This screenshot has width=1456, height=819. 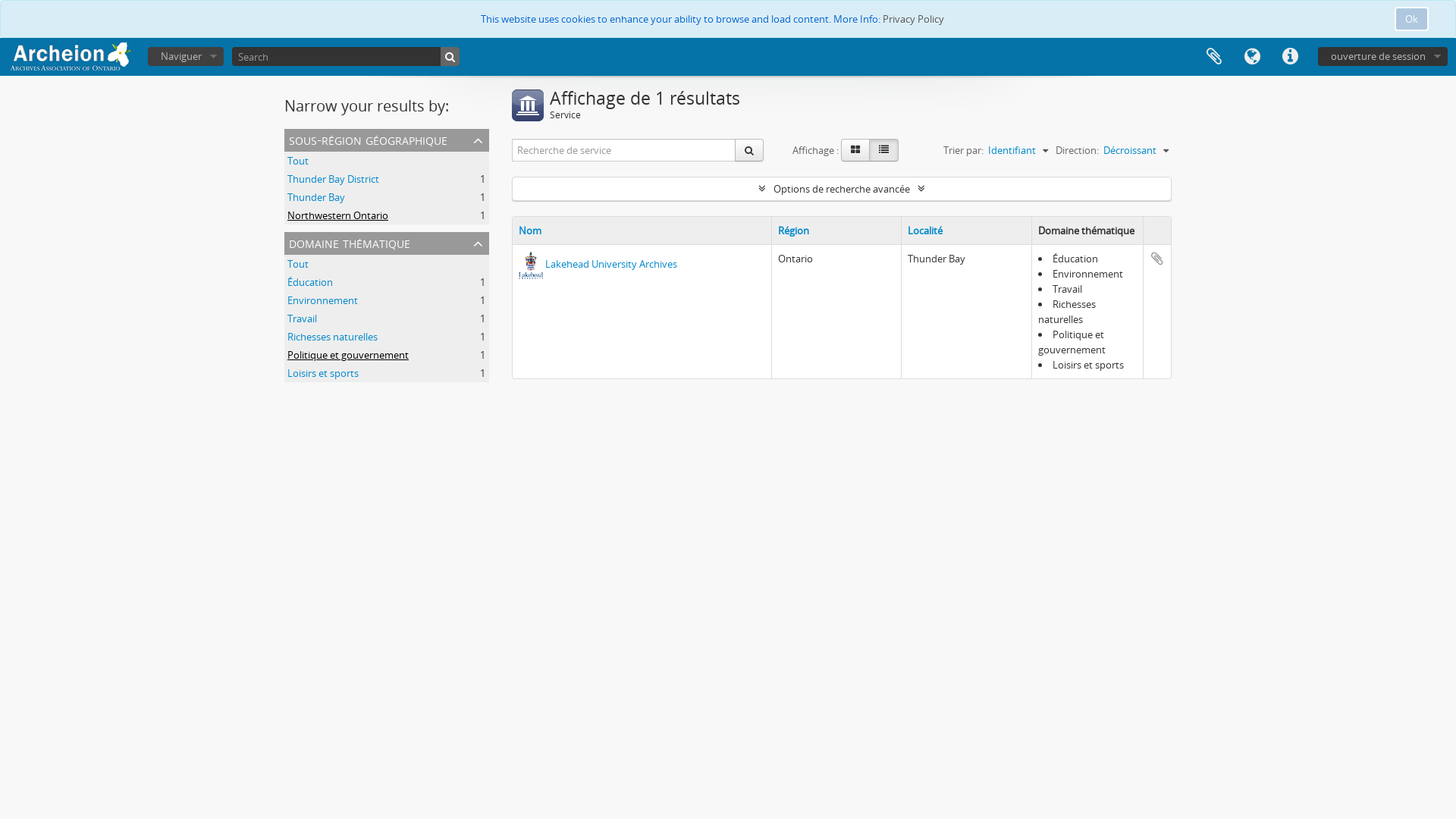 What do you see at coordinates (287, 354) in the screenshot?
I see `'Politique et gouvernement'` at bounding box center [287, 354].